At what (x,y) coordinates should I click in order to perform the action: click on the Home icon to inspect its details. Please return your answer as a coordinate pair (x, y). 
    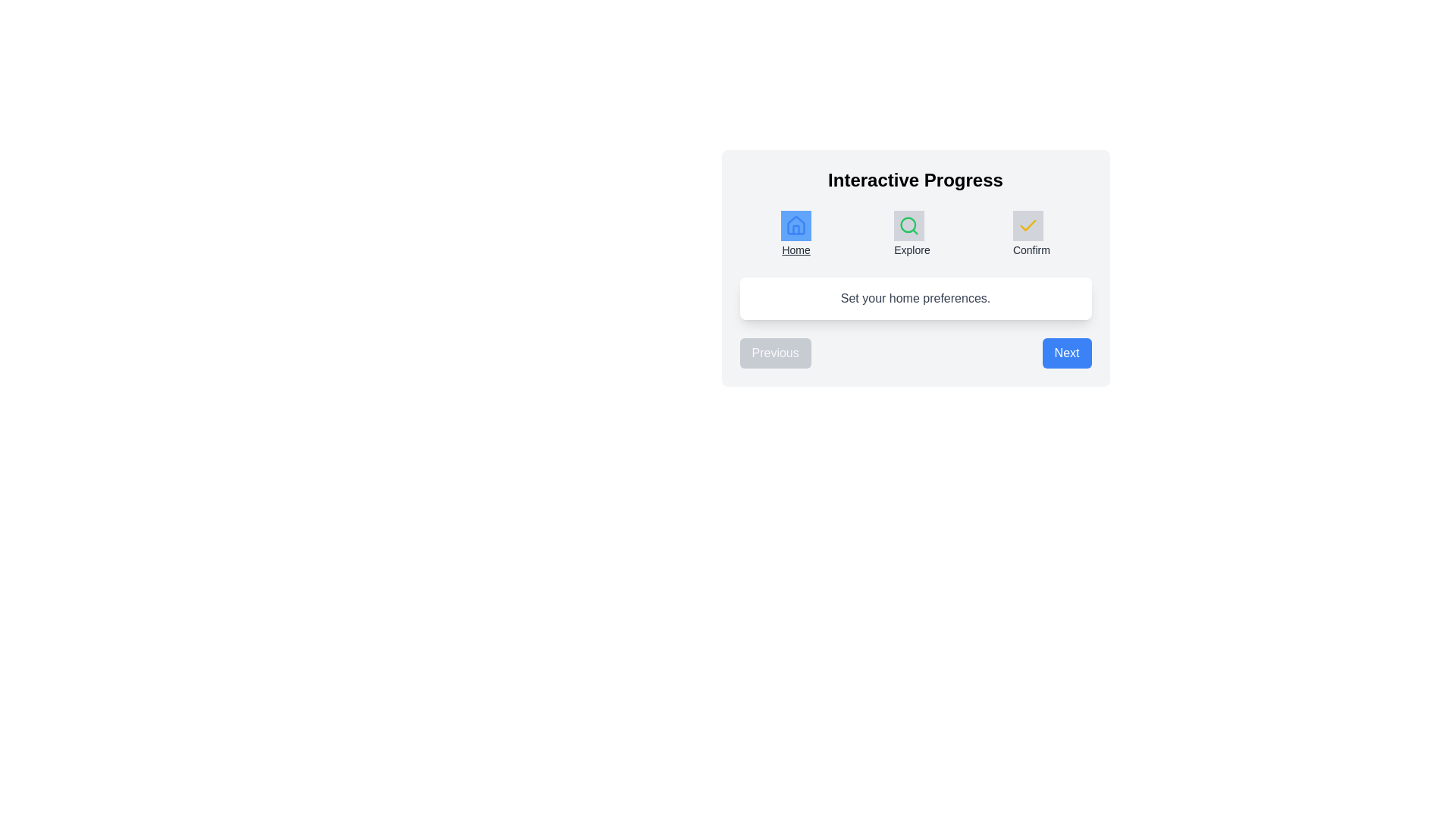
    Looking at the image, I should click on (795, 225).